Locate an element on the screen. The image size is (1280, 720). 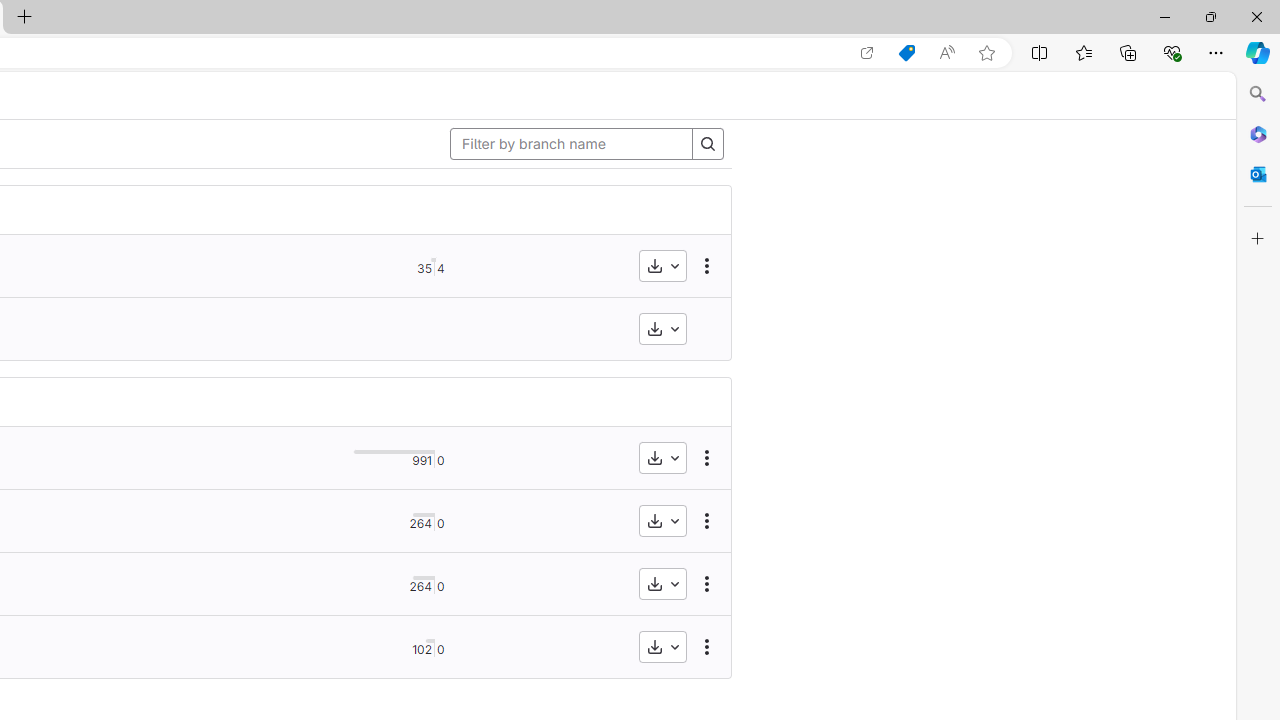
'Open in app' is located at coordinates (867, 52).